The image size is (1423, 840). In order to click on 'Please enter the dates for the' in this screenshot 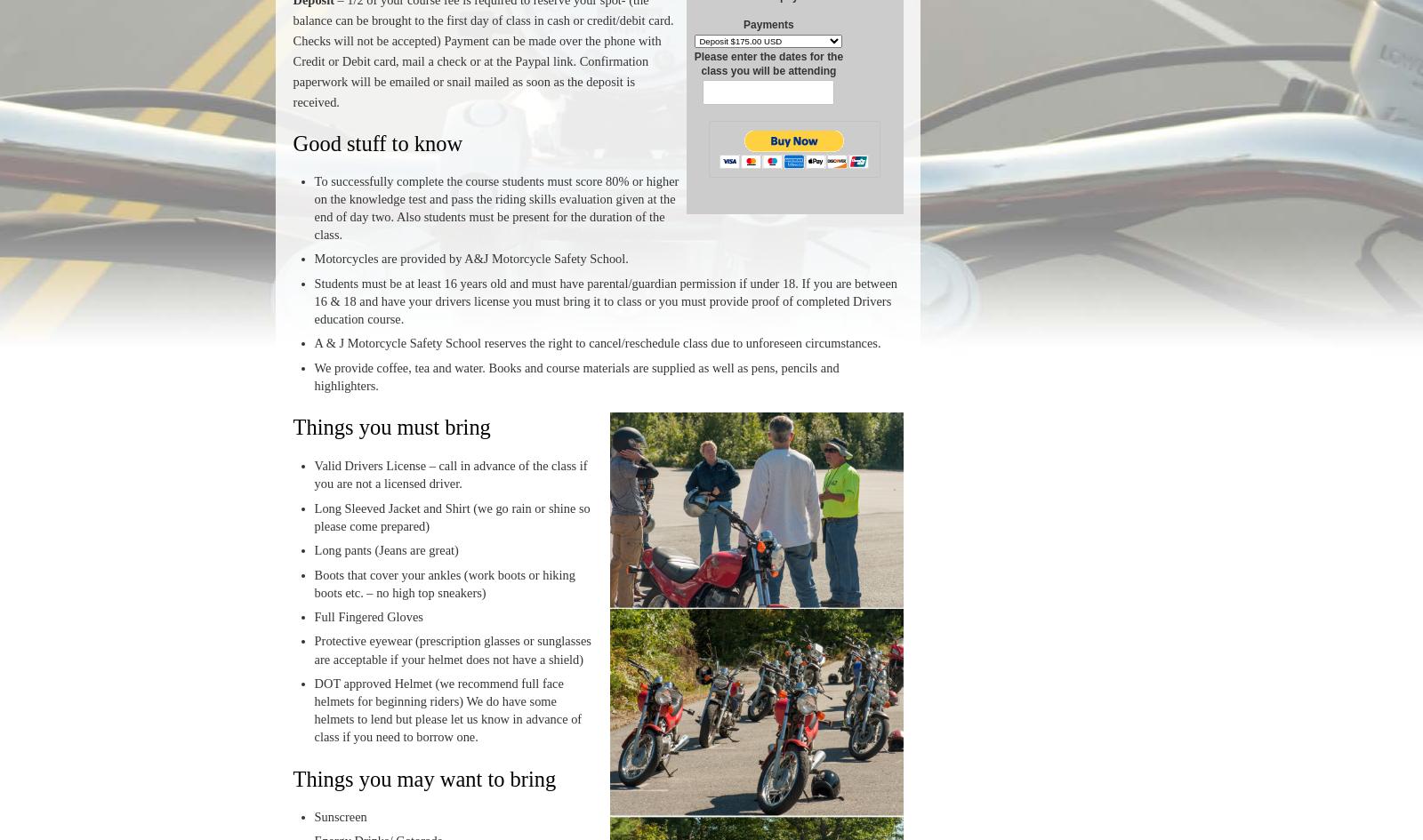, I will do `click(768, 56)`.